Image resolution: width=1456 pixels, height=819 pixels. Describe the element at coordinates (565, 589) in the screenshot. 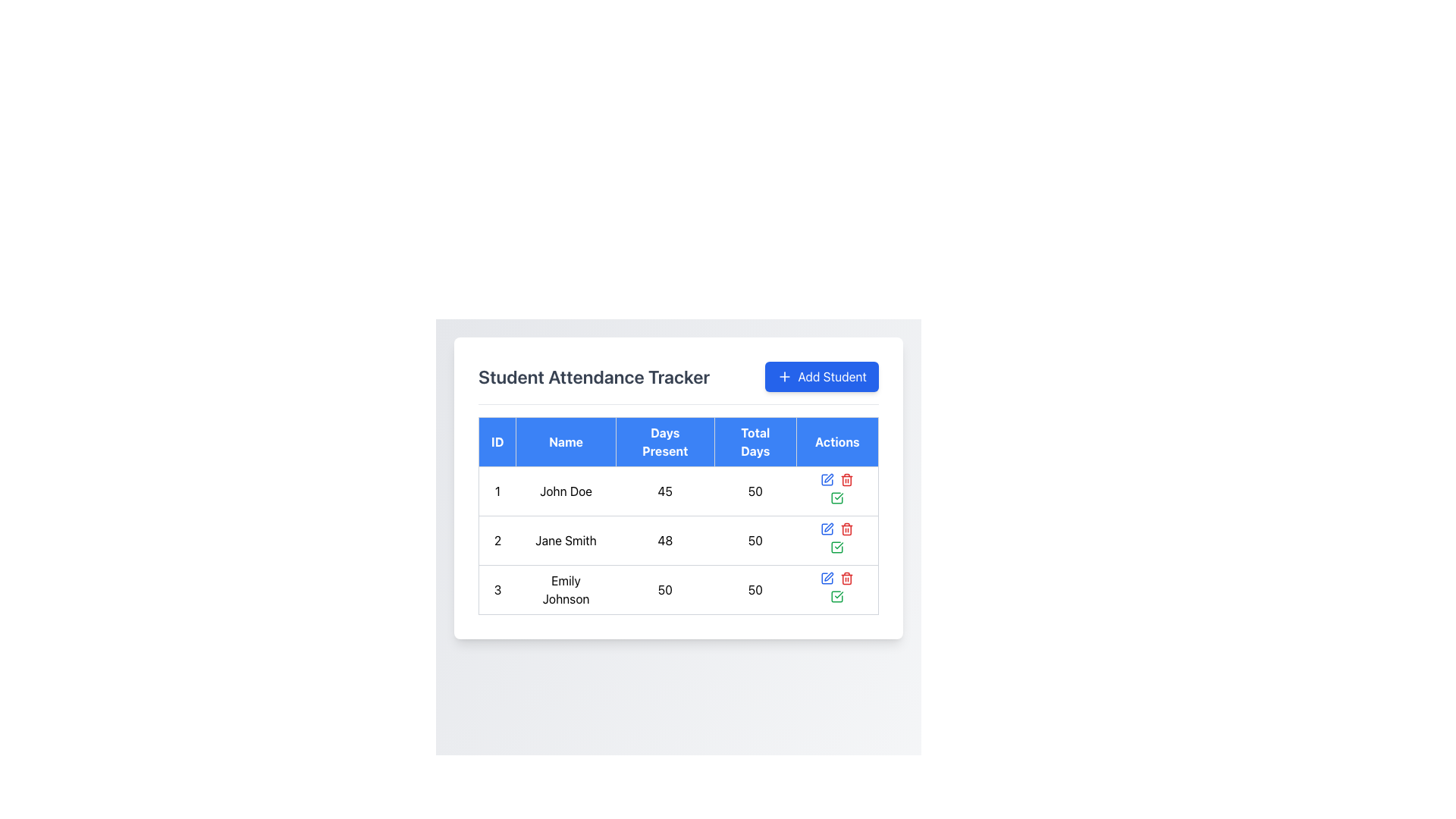

I see `the text label displaying 'Emily Johnson' in the third row of the table under the 'Name' column` at that location.